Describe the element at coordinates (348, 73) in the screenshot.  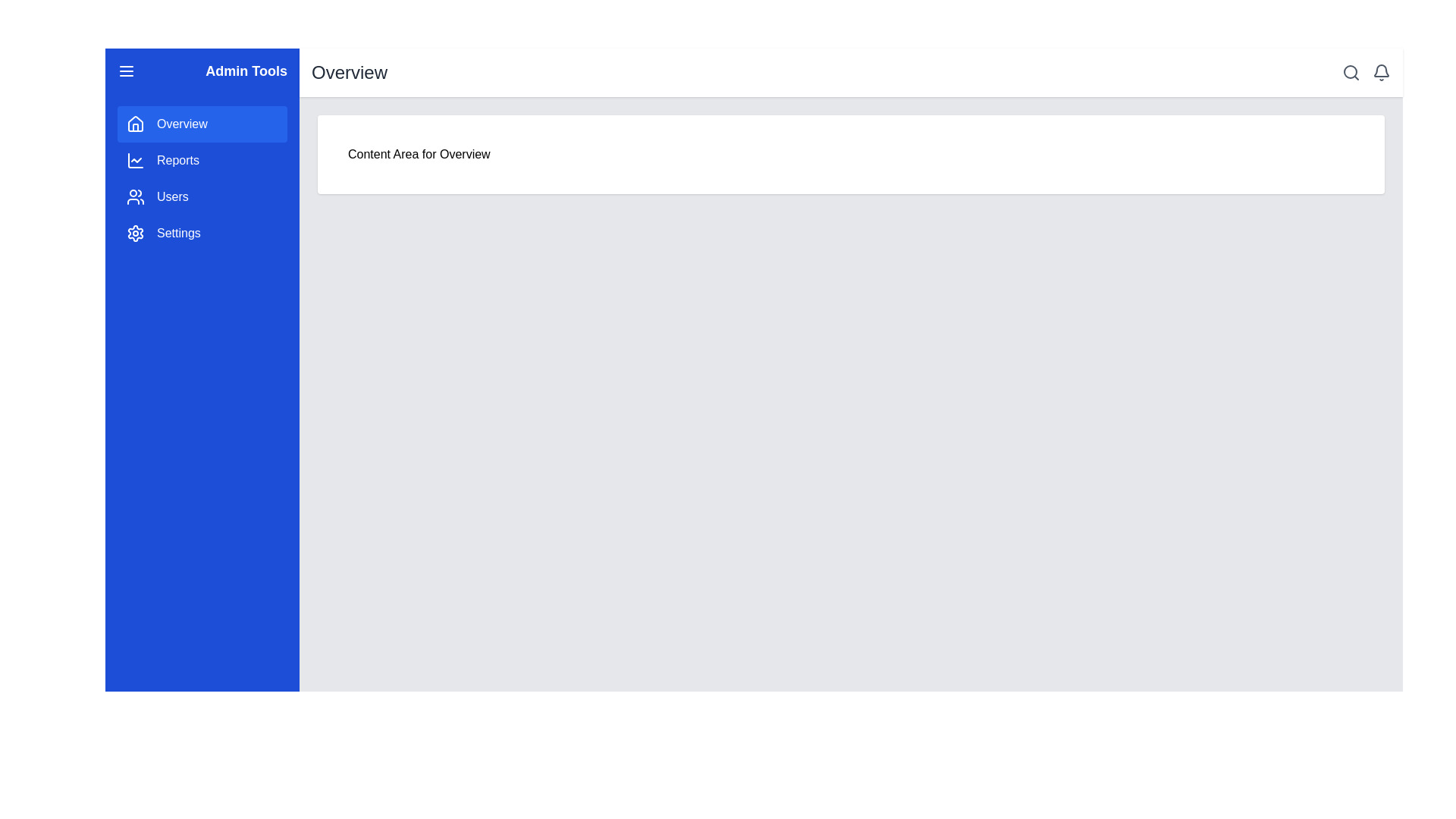
I see `'Overview' text label located at the top-center of the header section, which is styled in a large, bold, dark gray font` at that location.